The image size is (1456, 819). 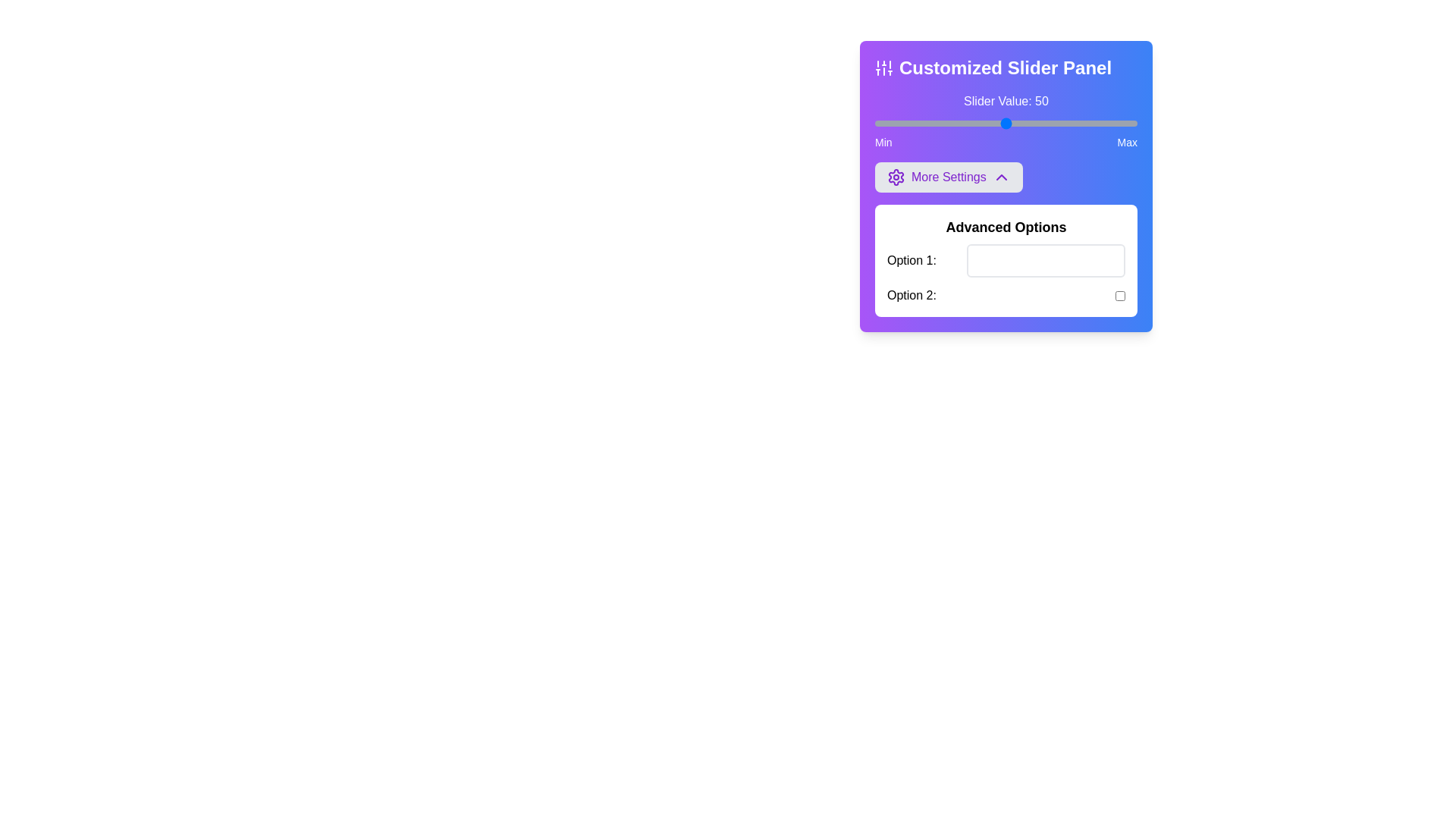 I want to click on the slider, so click(x=990, y=122).